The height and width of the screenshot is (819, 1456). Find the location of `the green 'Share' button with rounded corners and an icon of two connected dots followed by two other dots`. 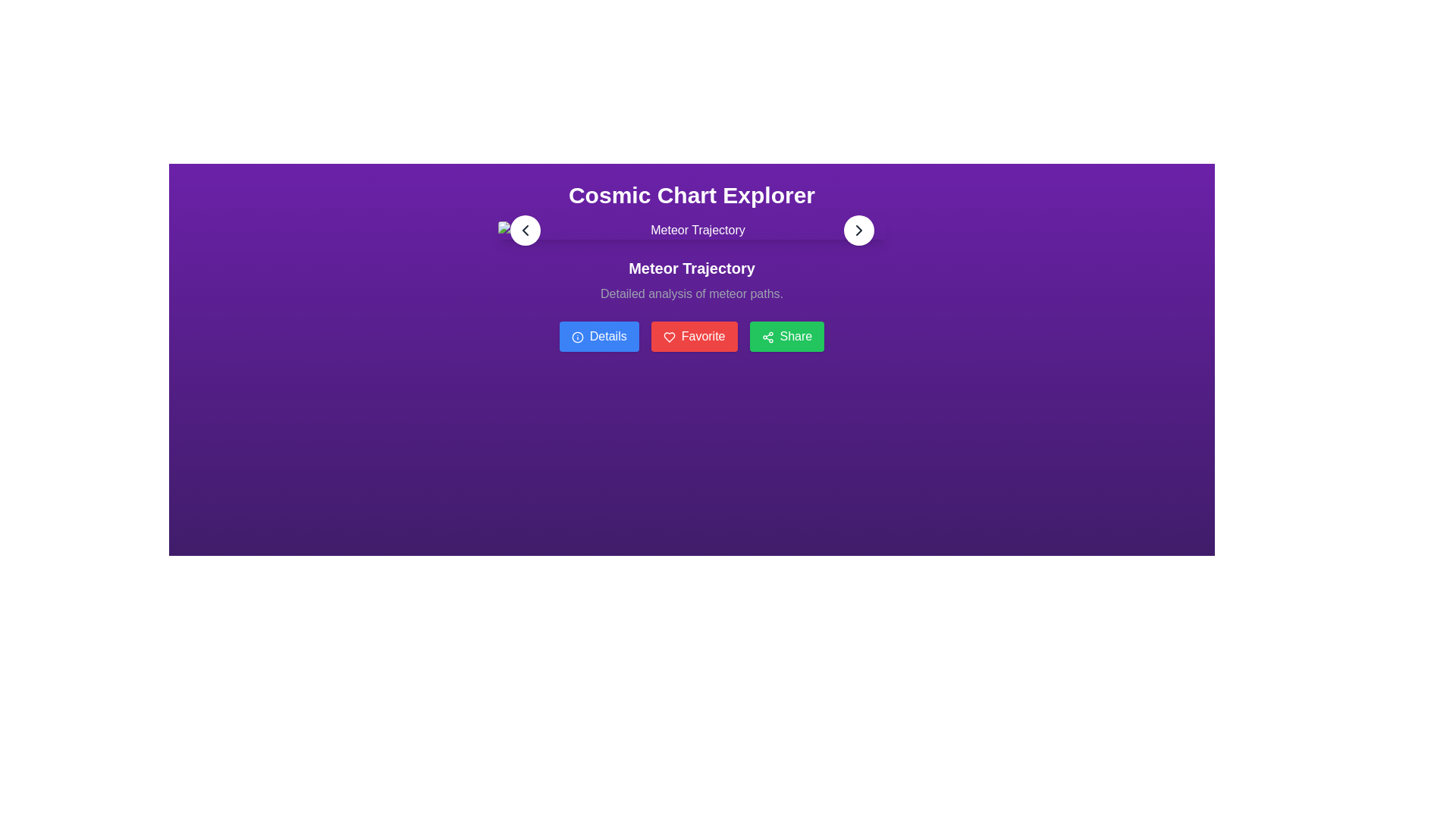

the green 'Share' button with rounded corners and an icon of two connected dots followed by two other dots is located at coordinates (786, 335).